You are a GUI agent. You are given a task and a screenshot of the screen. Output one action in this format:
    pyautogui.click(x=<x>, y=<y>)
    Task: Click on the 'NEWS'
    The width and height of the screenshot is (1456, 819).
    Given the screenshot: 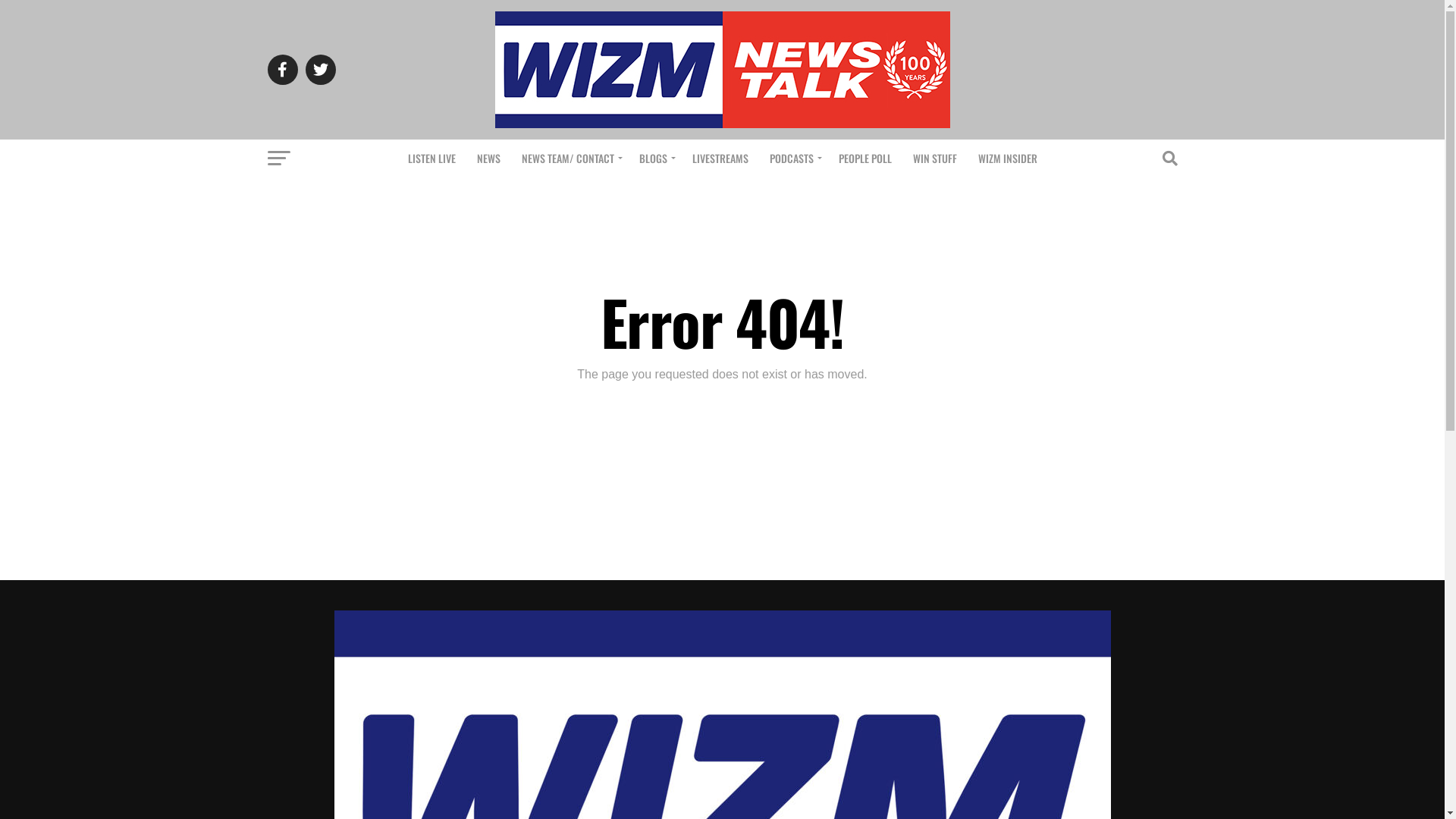 What is the action you would take?
    pyautogui.click(x=466, y=158)
    